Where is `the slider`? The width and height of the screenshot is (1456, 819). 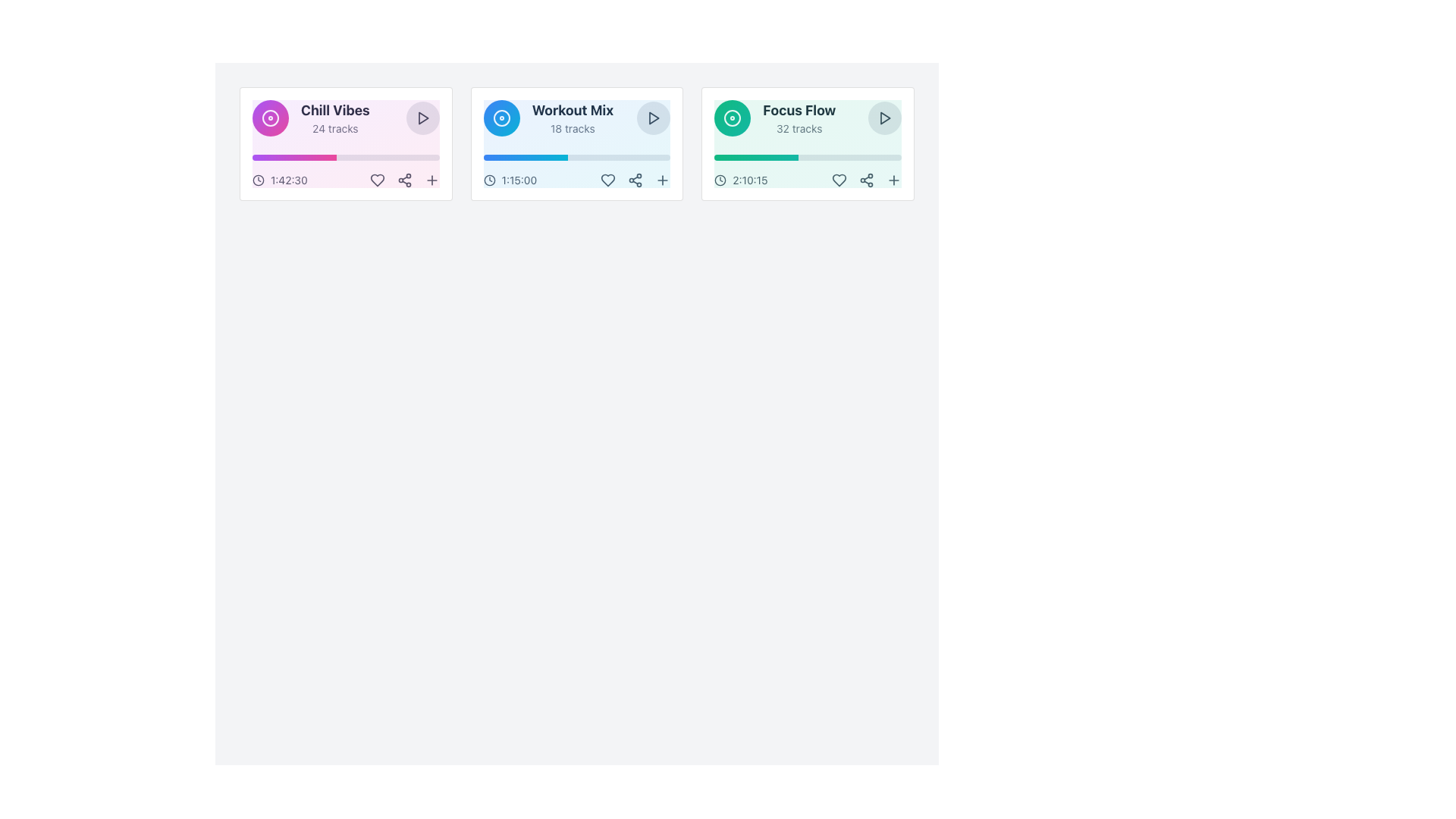 the slider is located at coordinates (538, 158).